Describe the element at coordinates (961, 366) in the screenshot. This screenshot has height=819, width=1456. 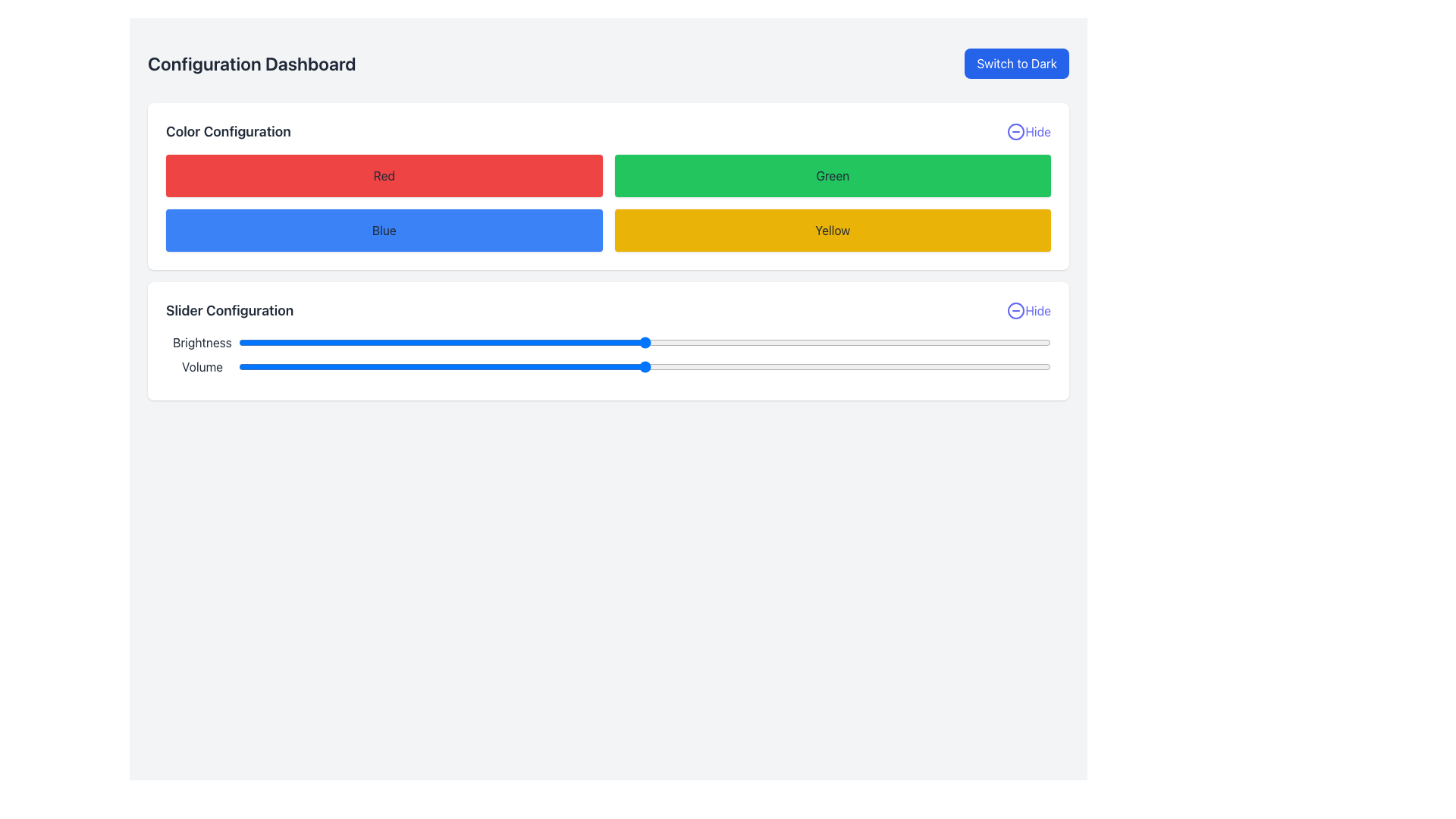
I see `volume` at that location.